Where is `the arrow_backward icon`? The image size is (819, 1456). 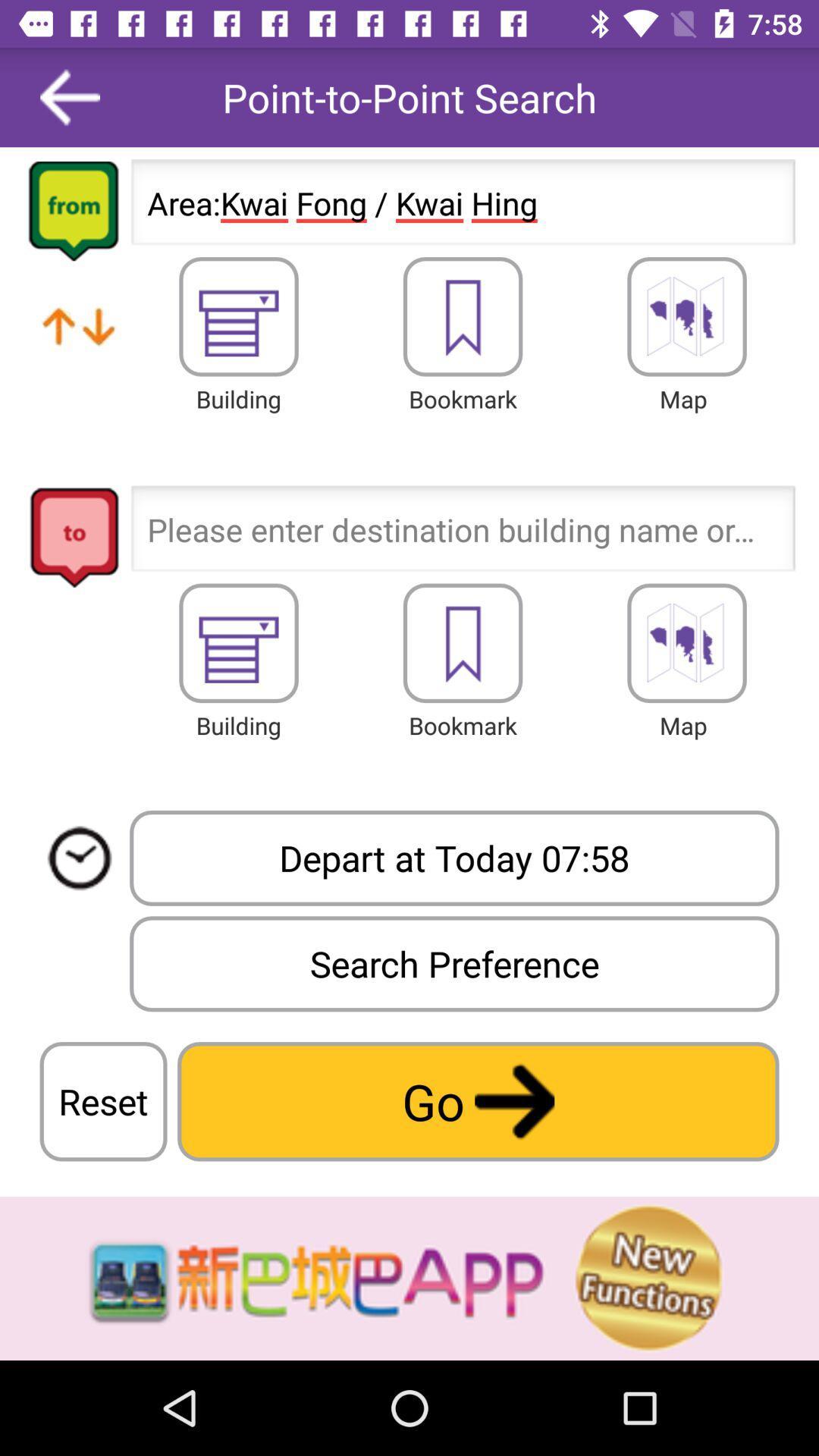 the arrow_backward icon is located at coordinates (70, 96).